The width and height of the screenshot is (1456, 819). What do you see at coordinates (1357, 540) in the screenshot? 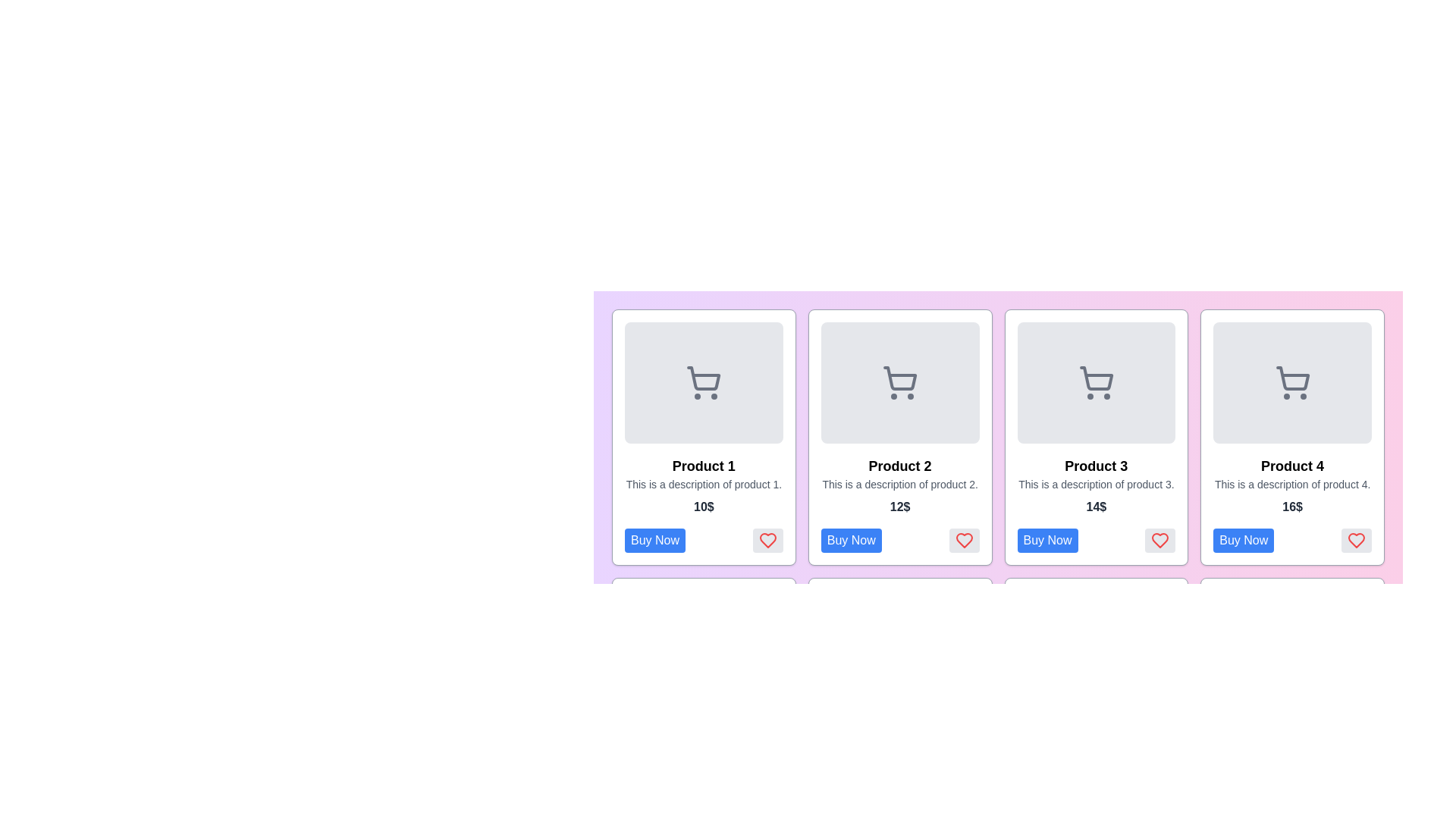
I see `the heart icon button in the bottom-right section of the fourth product card` at bounding box center [1357, 540].